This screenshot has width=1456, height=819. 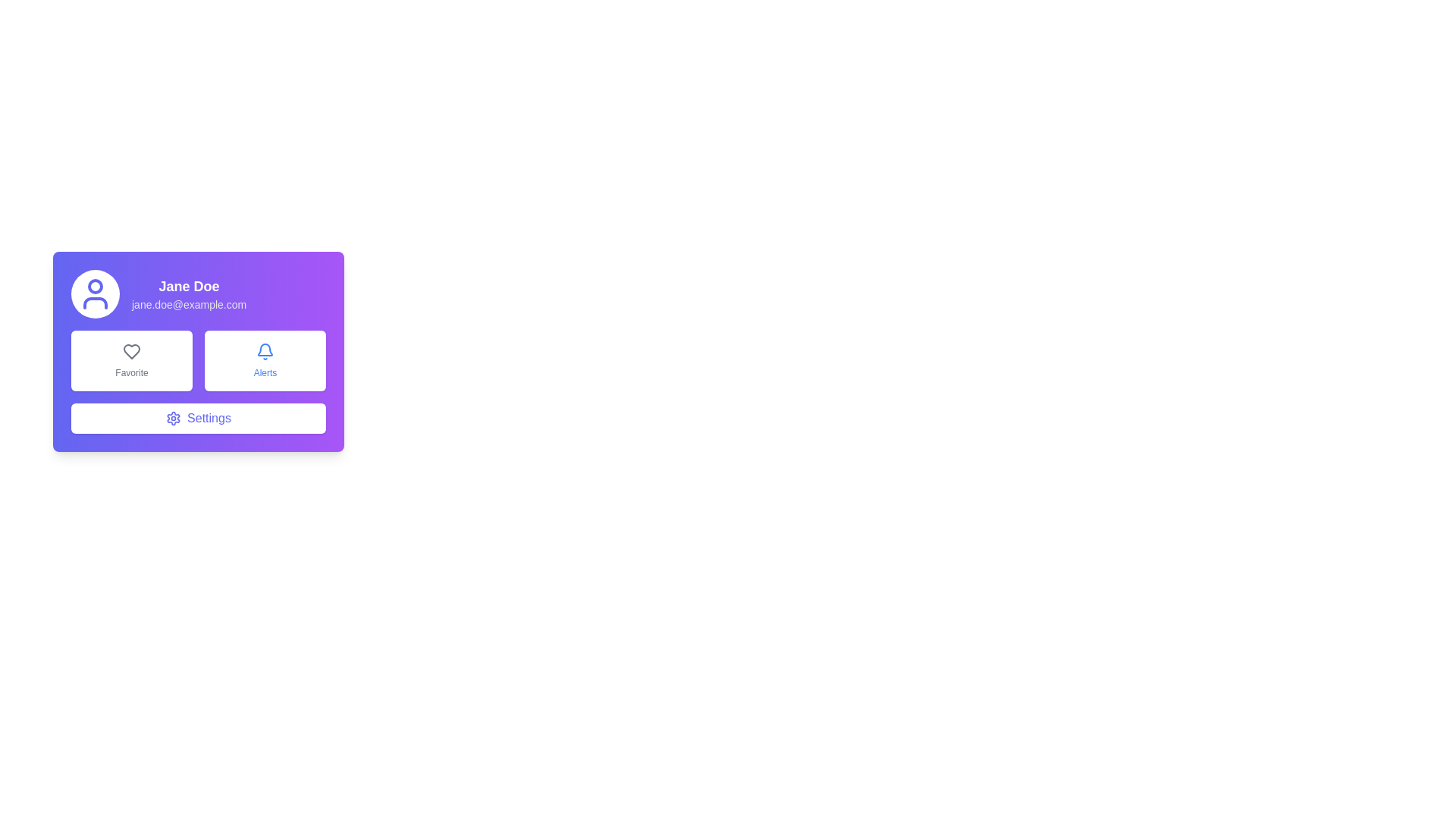 What do you see at coordinates (208, 418) in the screenshot?
I see `the 'Settings' text label, which is a blue text component located next to a gear icon at the bottom of the profile card interface` at bounding box center [208, 418].